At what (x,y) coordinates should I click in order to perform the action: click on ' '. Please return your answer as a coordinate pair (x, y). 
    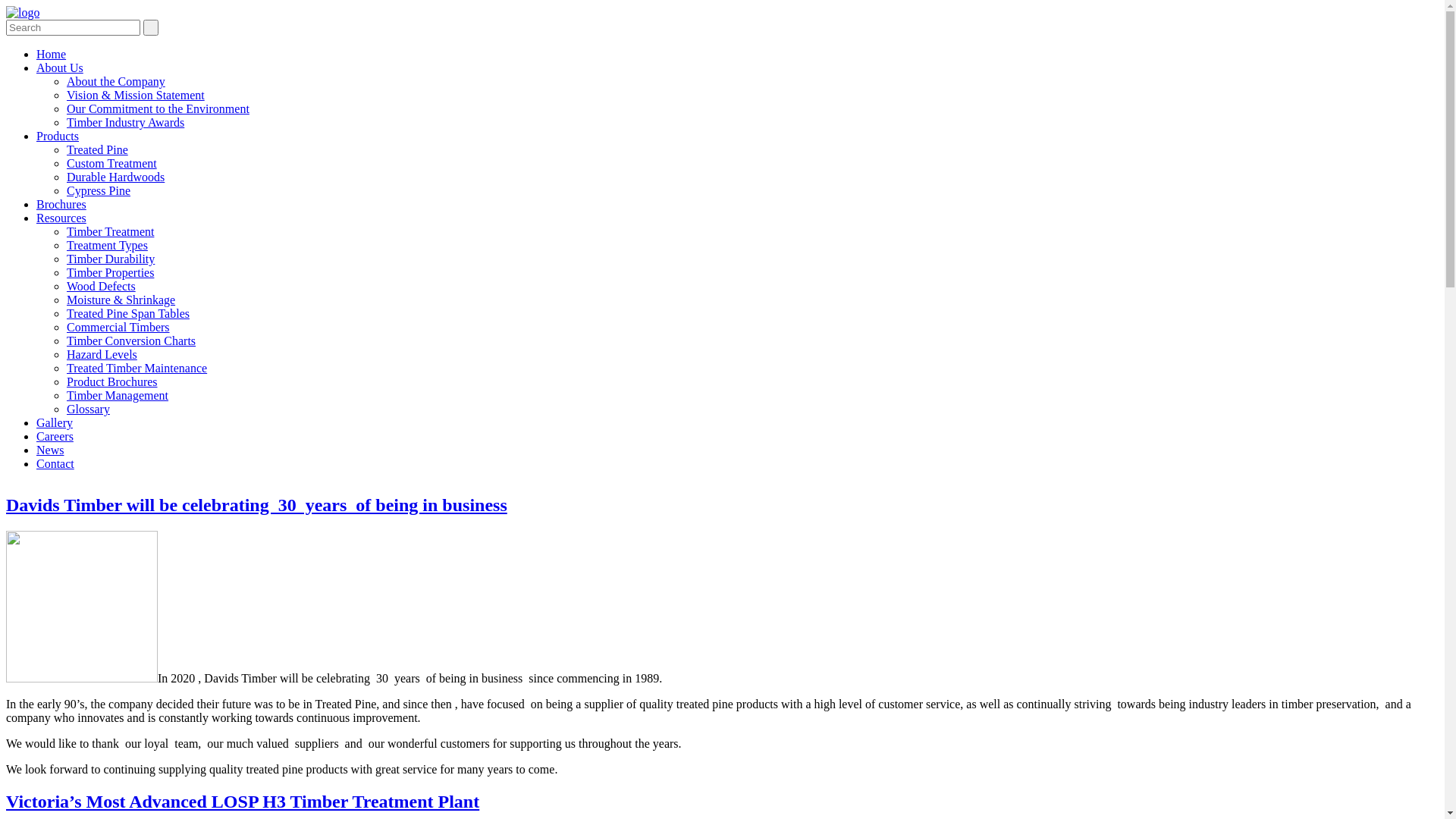
    Looking at the image, I should click on (150, 27).